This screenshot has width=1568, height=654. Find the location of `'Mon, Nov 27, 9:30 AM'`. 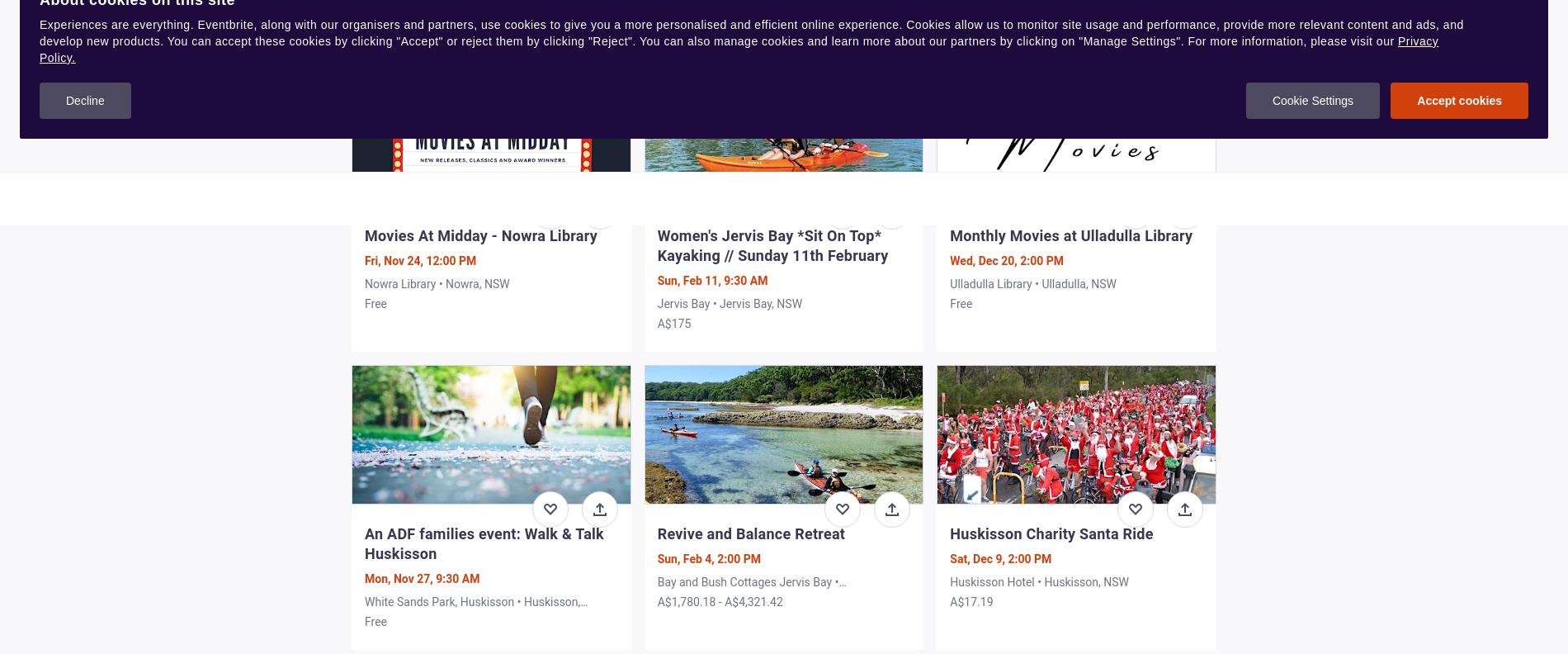

'Mon, Nov 27, 9:30 AM' is located at coordinates (422, 576).